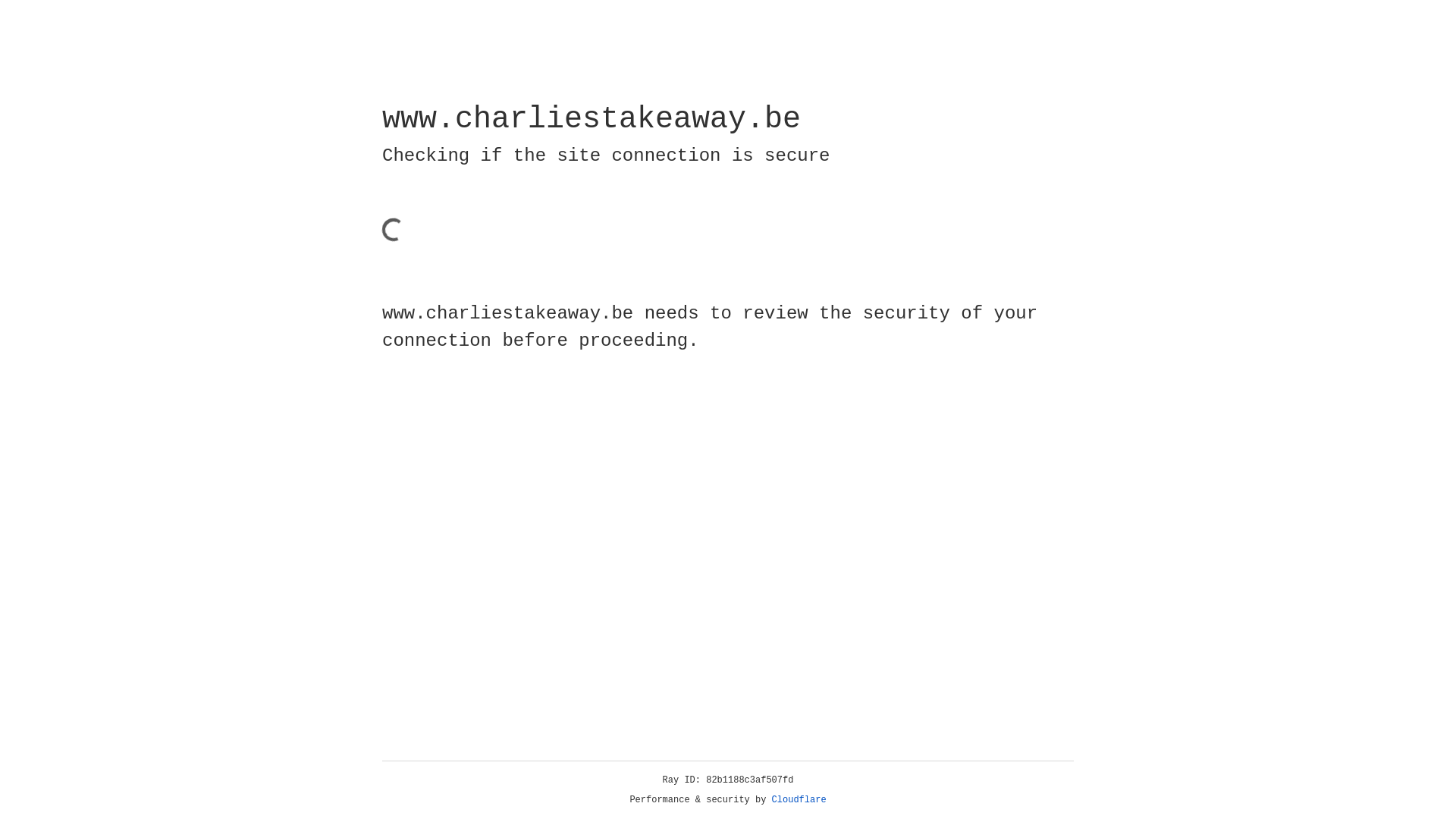  I want to click on 'Cloudflare', so click(799, 799).